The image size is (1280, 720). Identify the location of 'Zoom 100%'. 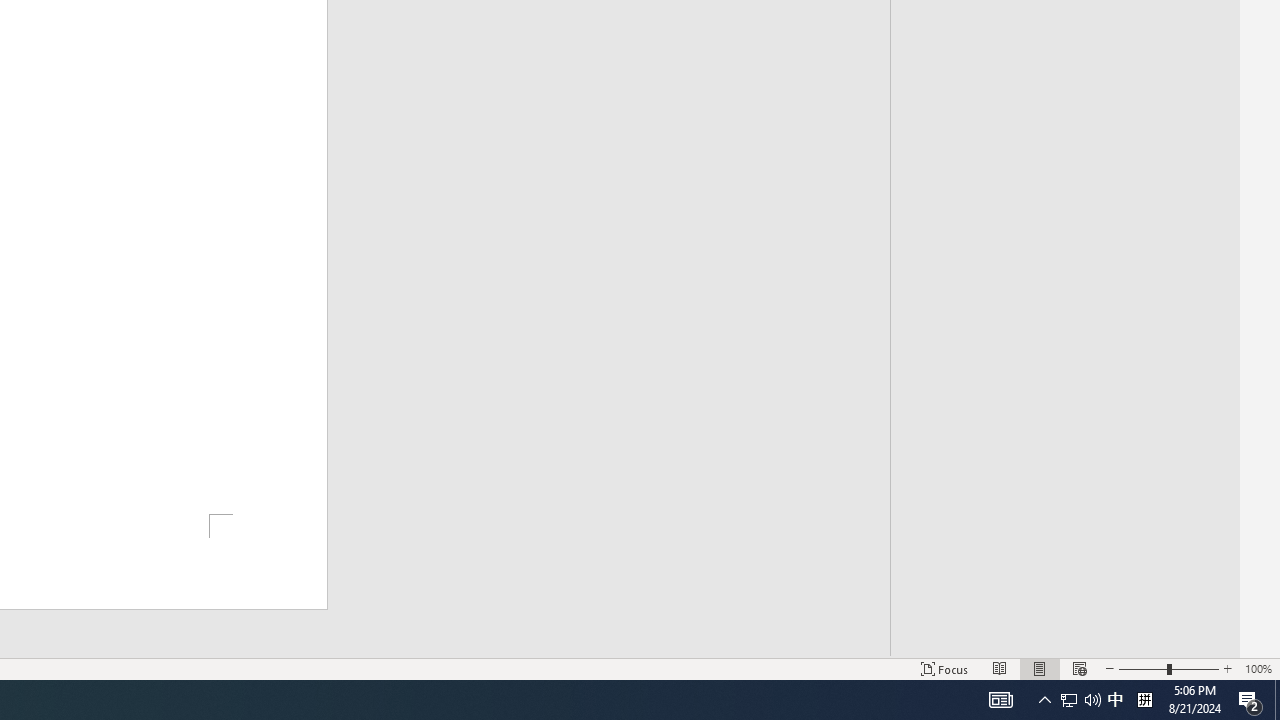
(1257, 669).